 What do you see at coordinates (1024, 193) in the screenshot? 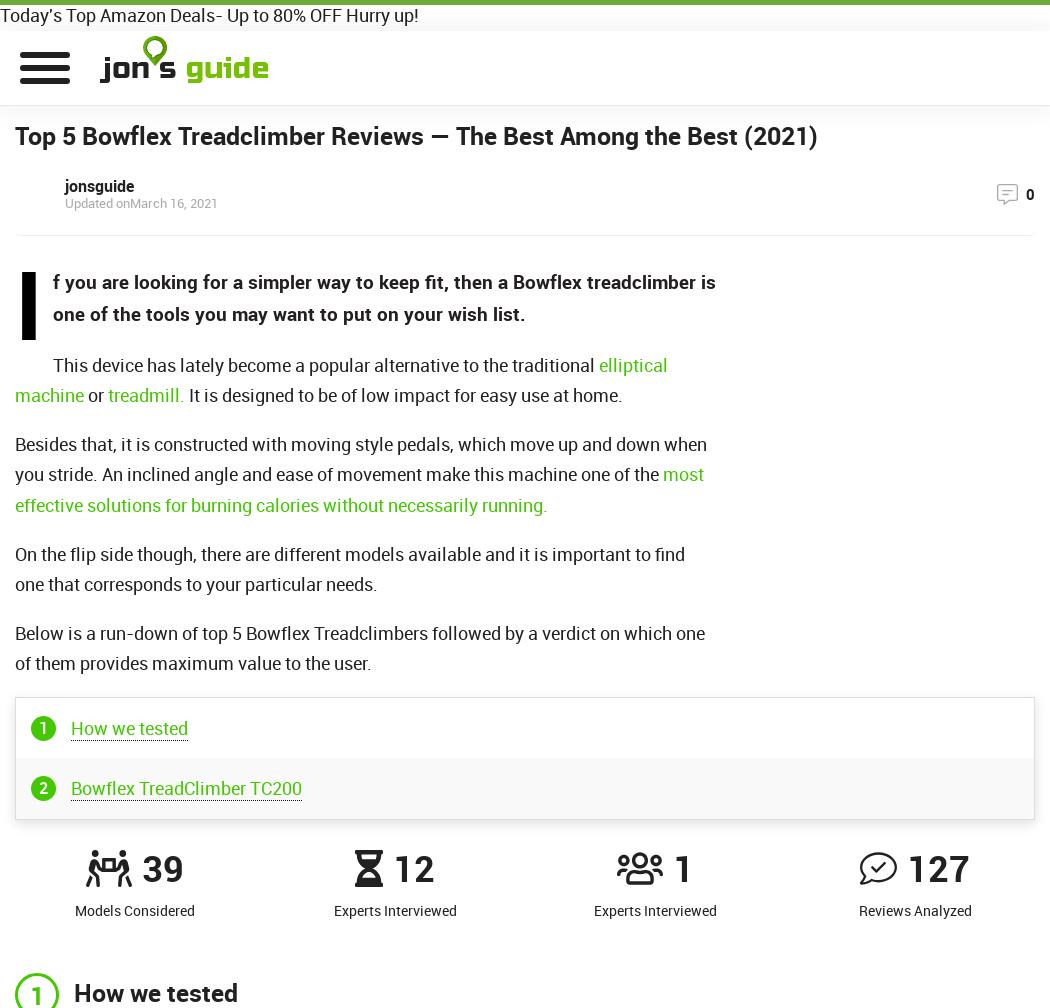
I see `'0'` at bounding box center [1024, 193].